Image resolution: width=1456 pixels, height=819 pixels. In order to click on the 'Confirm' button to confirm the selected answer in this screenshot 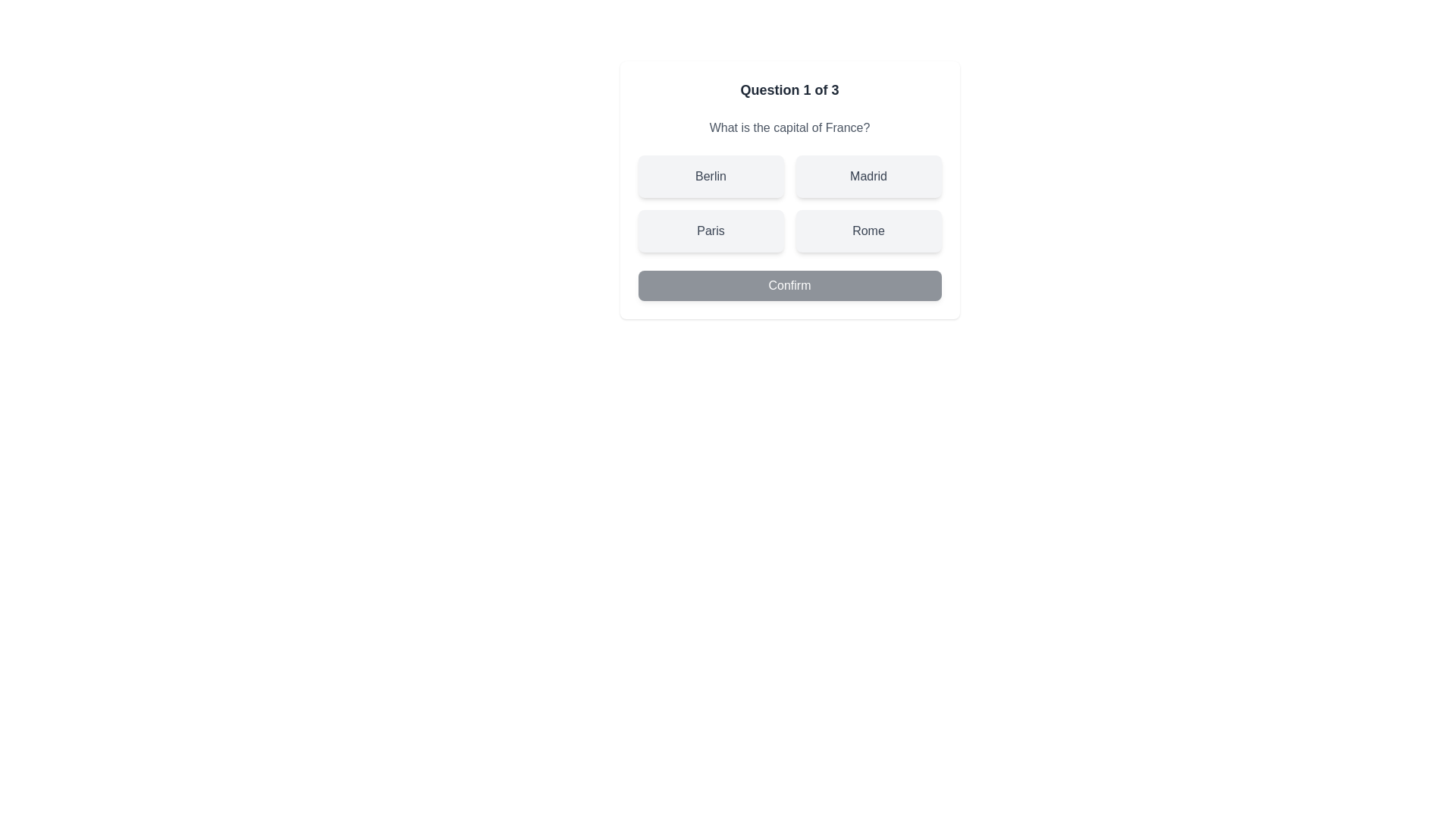, I will do `click(789, 286)`.